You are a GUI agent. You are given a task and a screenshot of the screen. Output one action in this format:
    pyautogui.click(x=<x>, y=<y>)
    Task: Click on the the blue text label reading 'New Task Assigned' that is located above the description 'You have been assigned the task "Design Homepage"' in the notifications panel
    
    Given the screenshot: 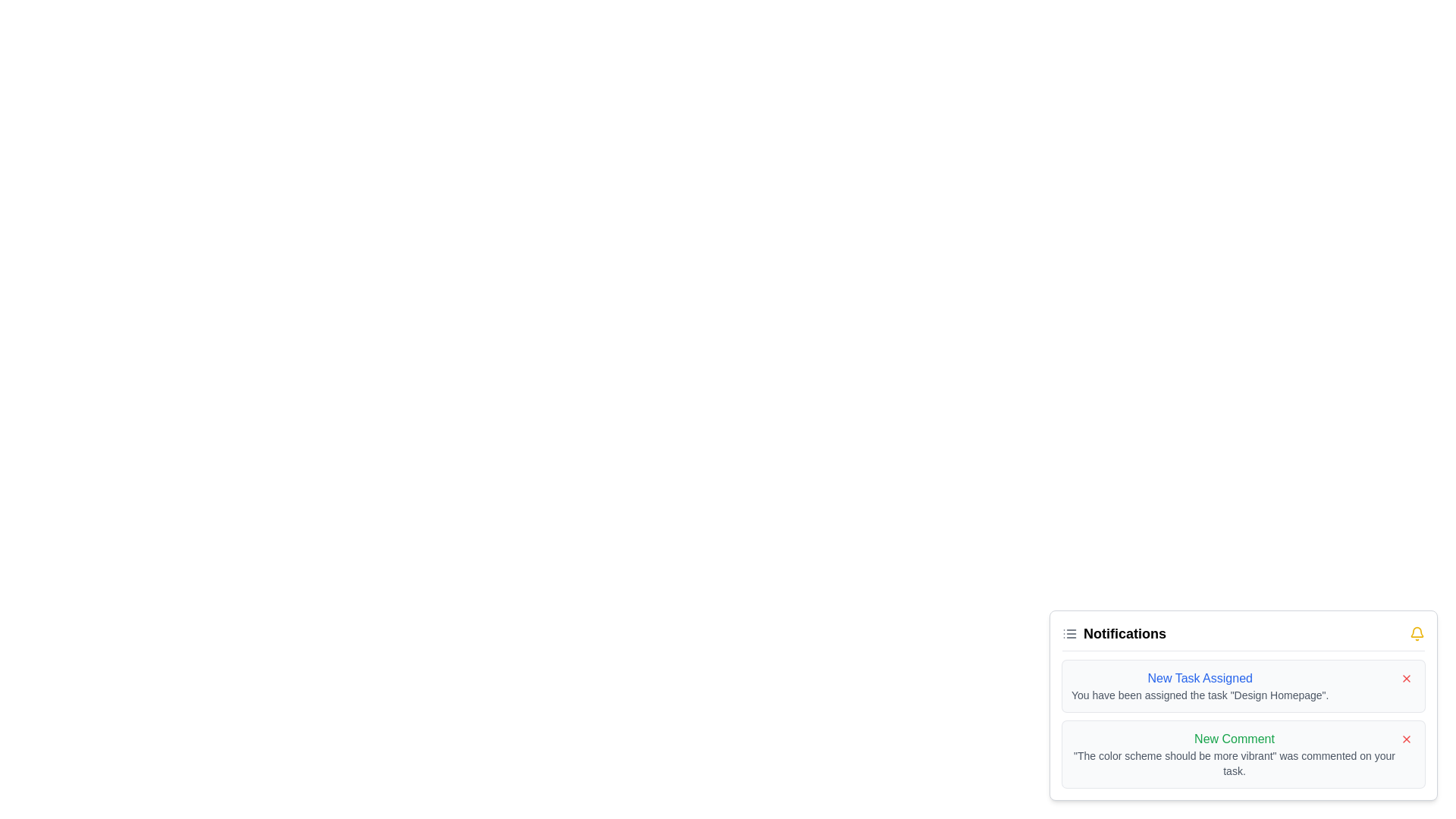 What is the action you would take?
    pyautogui.click(x=1199, y=677)
    